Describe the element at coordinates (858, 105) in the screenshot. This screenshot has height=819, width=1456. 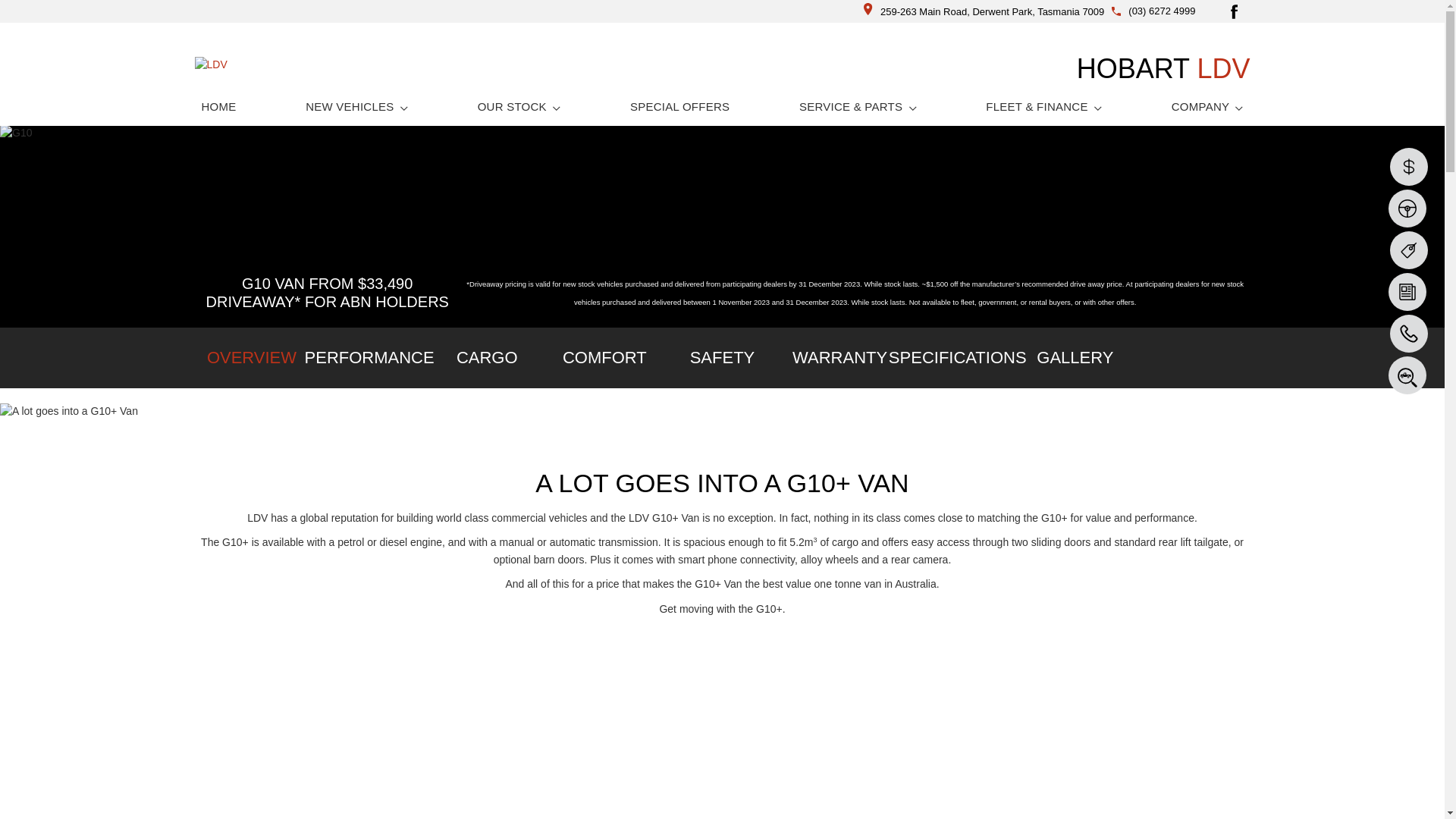
I see `'SERVICE & PARTS'` at that location.